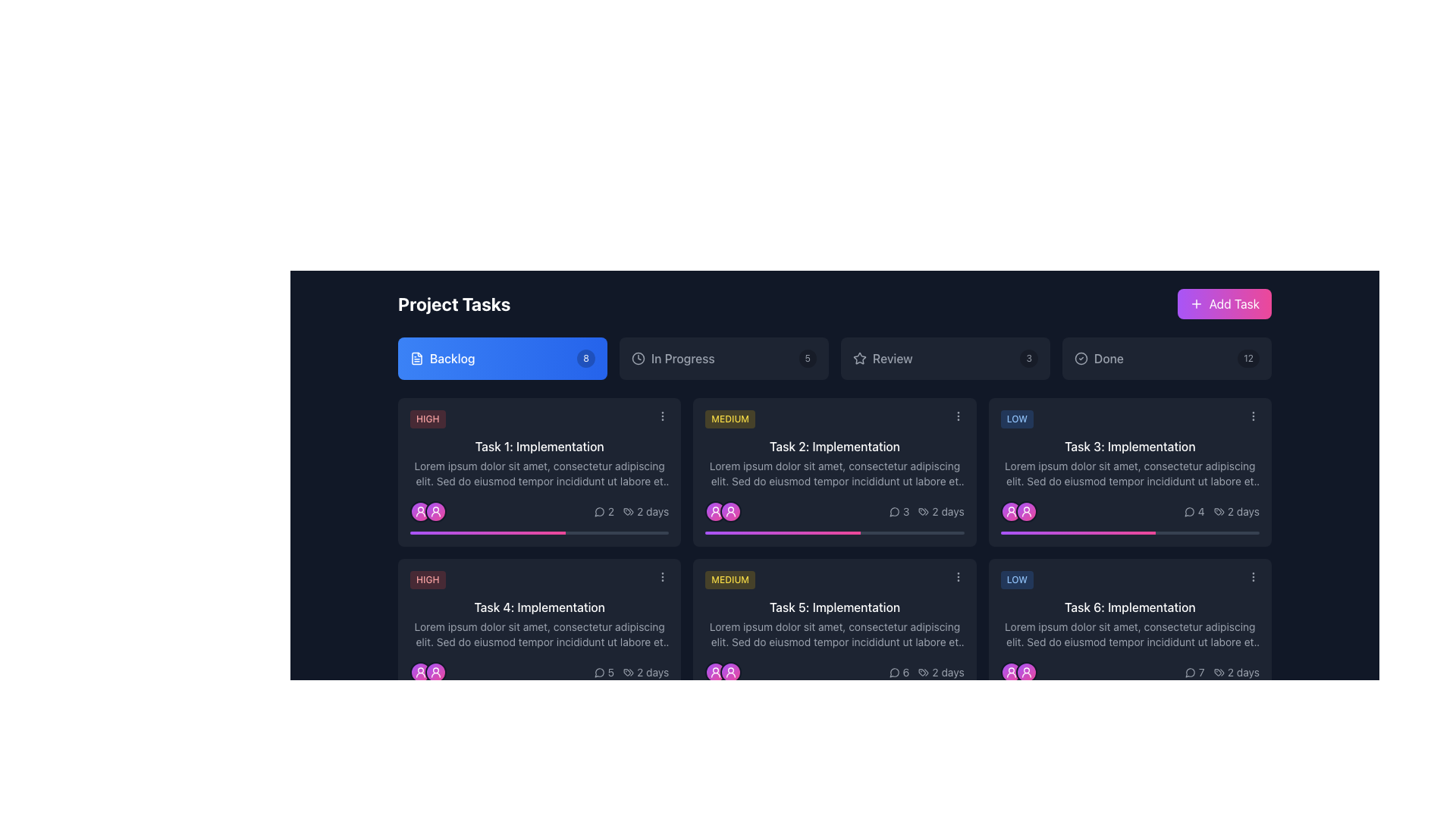  What do you see at coordinates (947, 672) in the screenshot?
I see `text content of the label indicating the remaining or elapsed time associated with 'Task 5: Implementation', positioned at the bottom-right corner of the task card` at bounding box center [947, 672].